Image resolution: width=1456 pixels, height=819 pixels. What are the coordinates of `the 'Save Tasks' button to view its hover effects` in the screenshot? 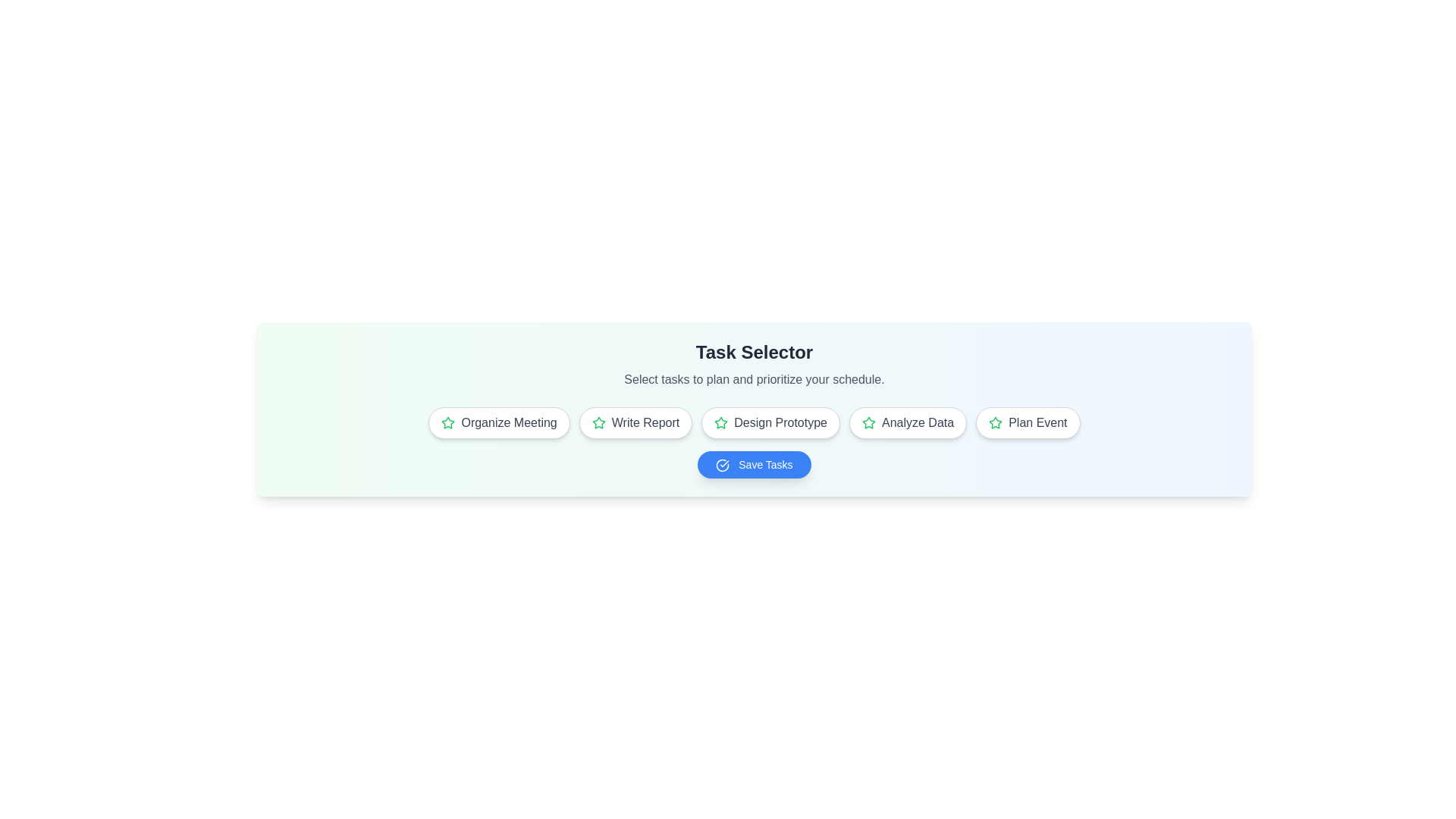 It's located at (754, 464).